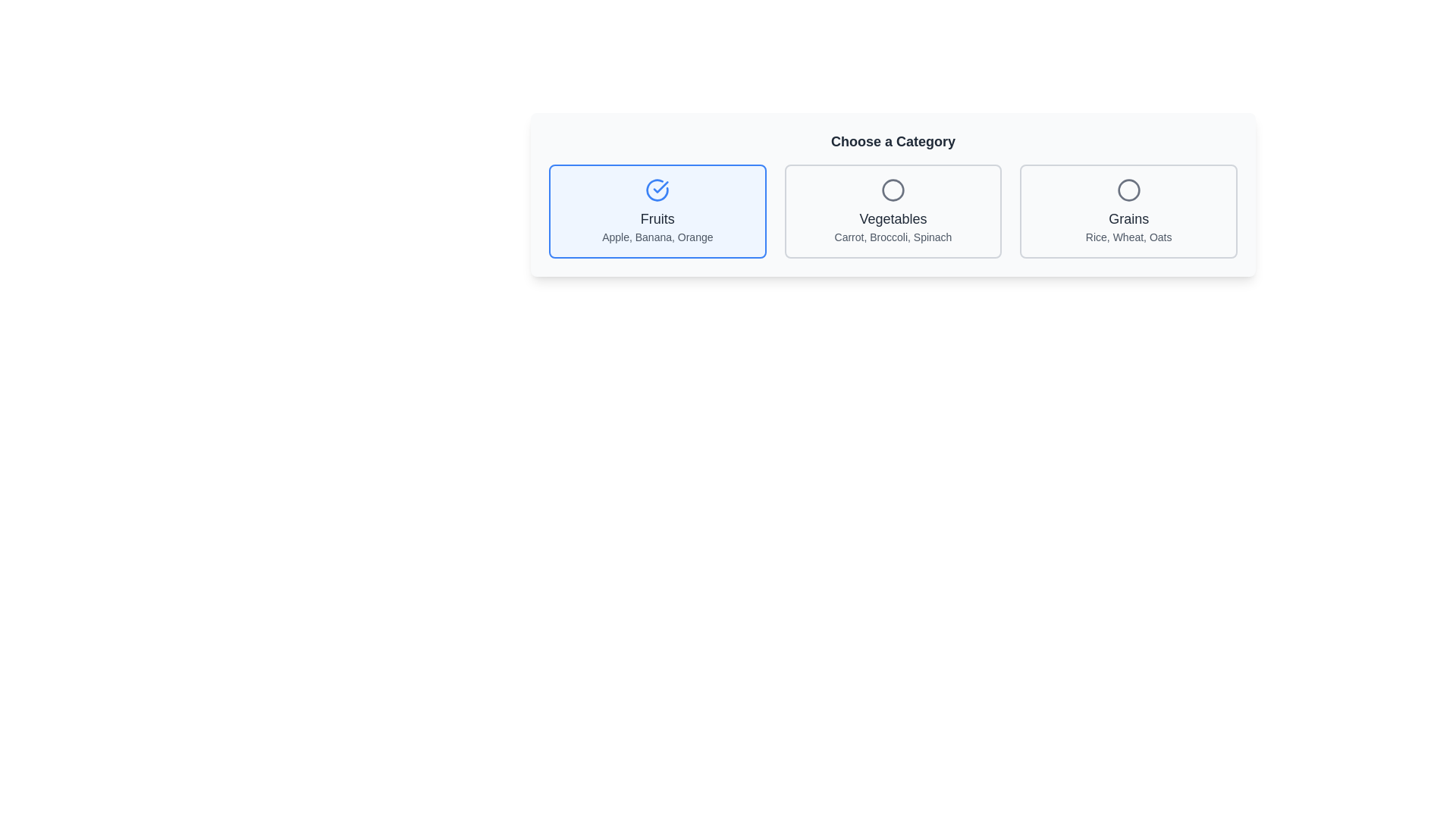 The image size is (1456, 819). Describe the element at coordinates (893, 189) in the screenshot. I see `the circular icon with a gray outline and a dot in the center, located at the top center of the 'Vegetables' card` at that location.